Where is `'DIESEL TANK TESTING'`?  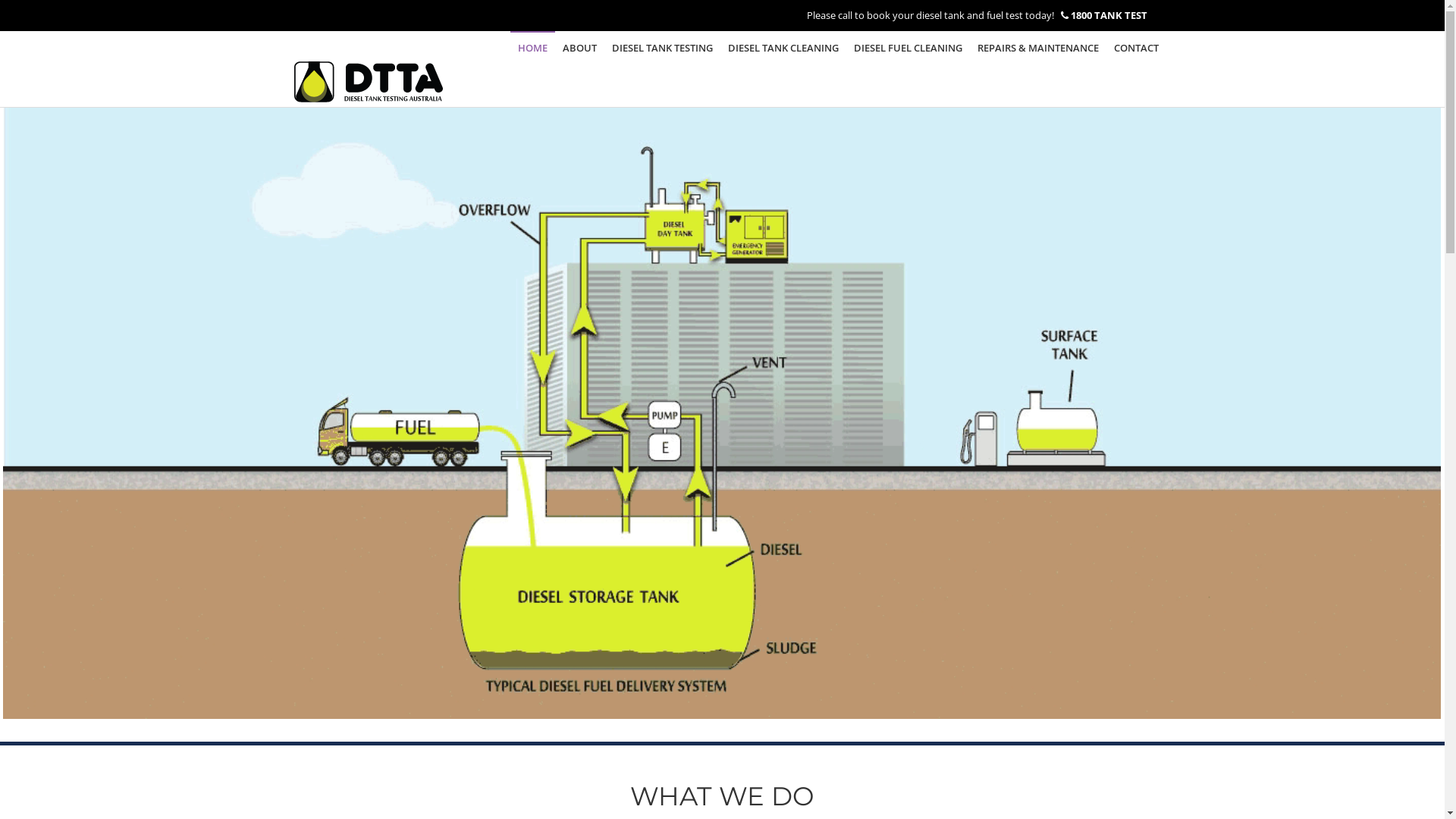 'DIESEL TANK TESTING' is located at coordinates (603, 46).